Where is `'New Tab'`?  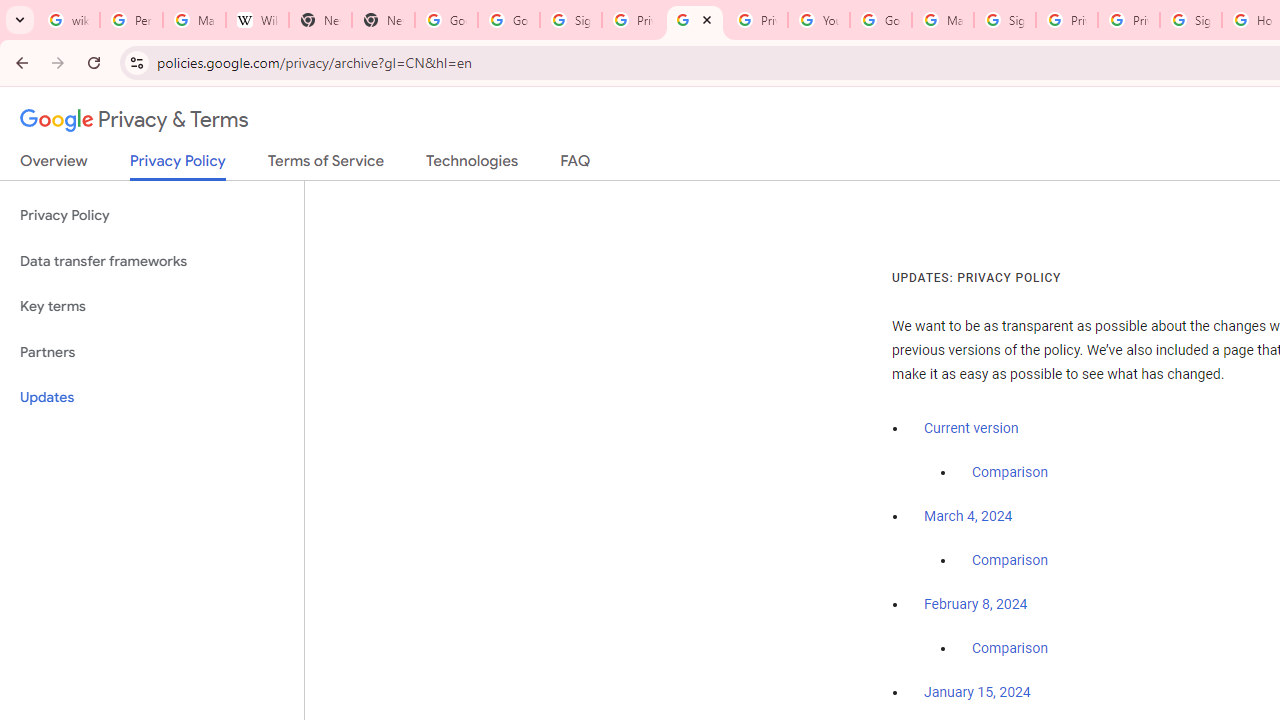 'New Tab' is located at coordinates (320, 20).